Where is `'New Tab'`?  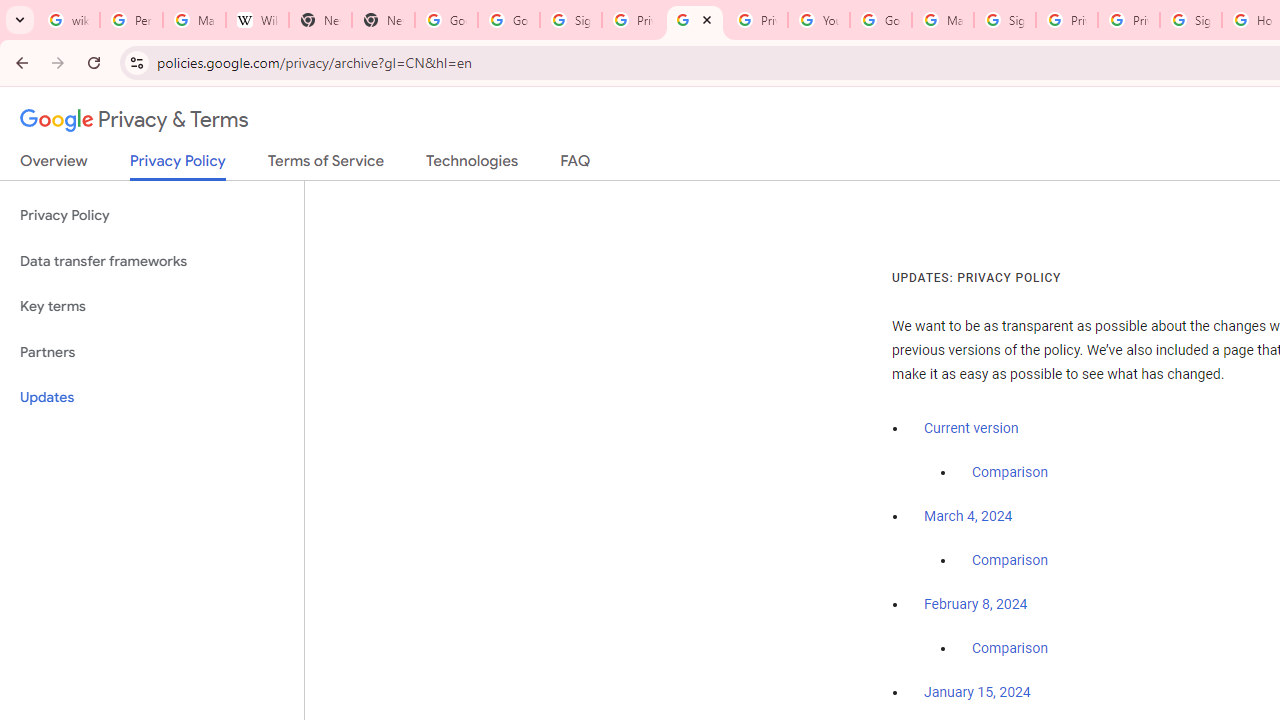 'New Tab' is located at coordinates (320, 20).